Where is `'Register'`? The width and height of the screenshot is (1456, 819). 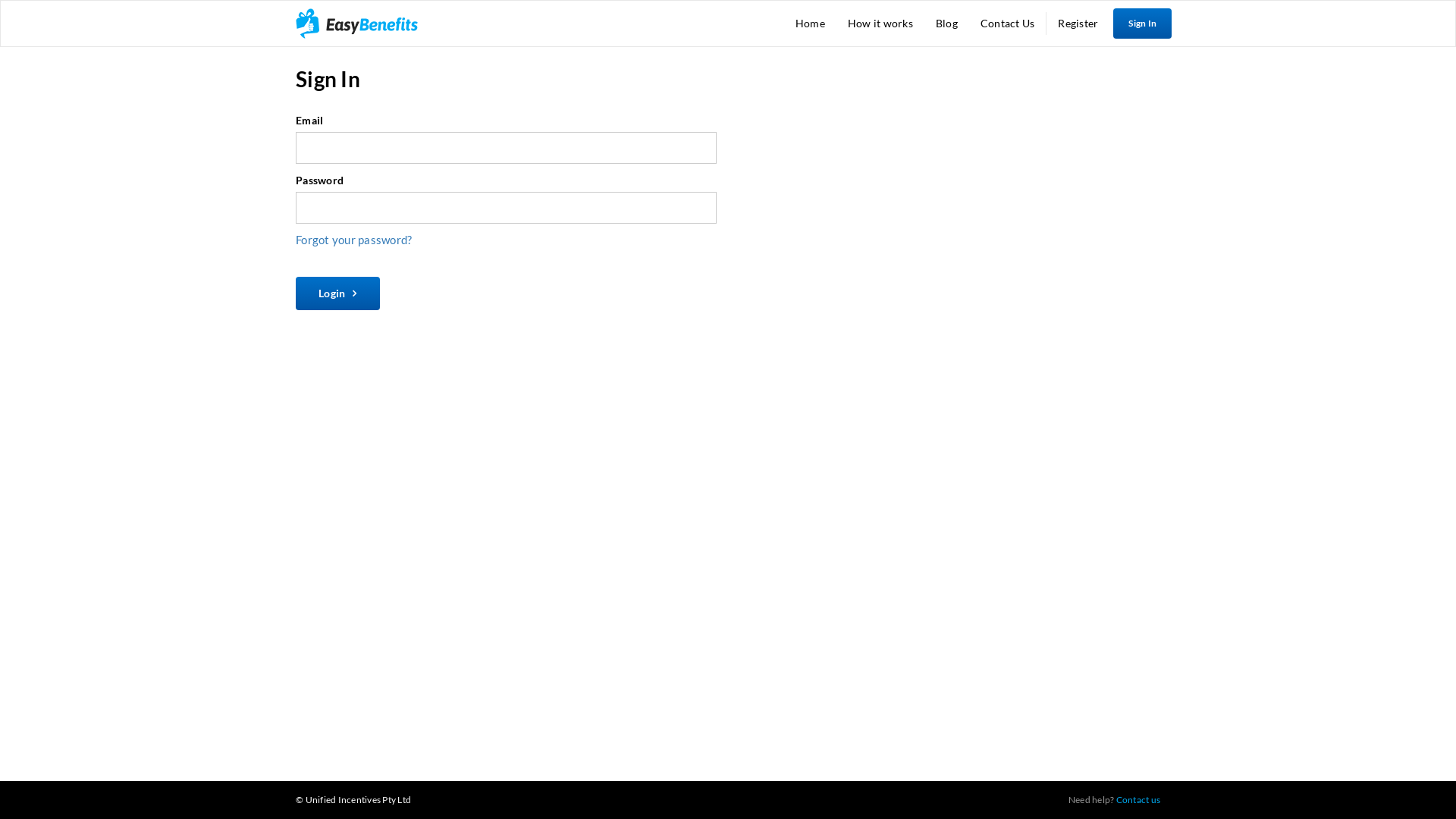 'Register' is located at coordinates (1077, 23).